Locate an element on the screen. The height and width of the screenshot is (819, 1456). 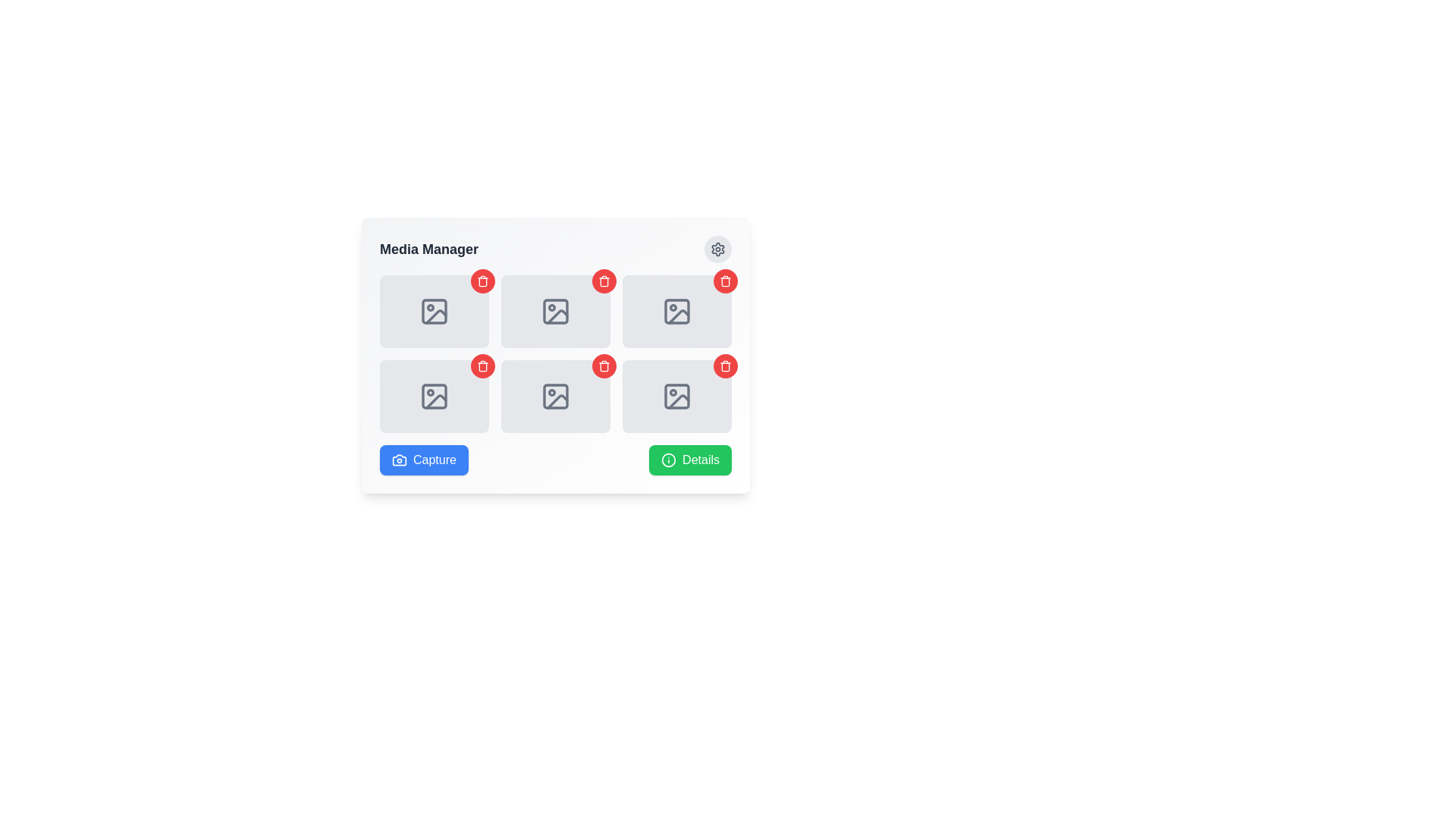
the delete icon button located at the top-right corner of the red circular button in the media manager interface to initiate a delete action is located at coordinates (603, 281).